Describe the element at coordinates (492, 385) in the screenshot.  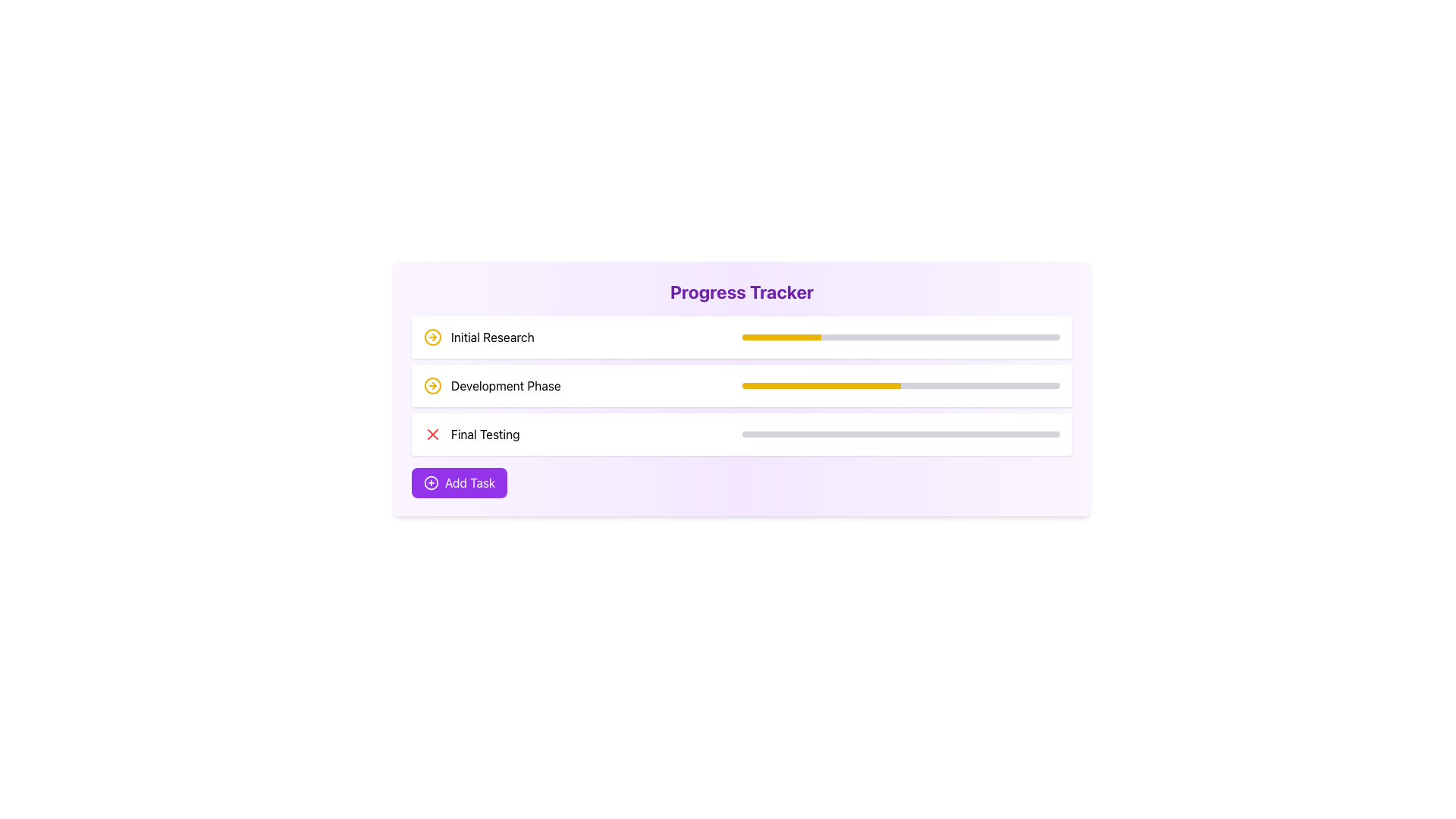
I see `the 'Development Phase' text with icon in the Progress Tracker list, which is the second item below 'Initial Research' and above 'Final Testing'` at that location.